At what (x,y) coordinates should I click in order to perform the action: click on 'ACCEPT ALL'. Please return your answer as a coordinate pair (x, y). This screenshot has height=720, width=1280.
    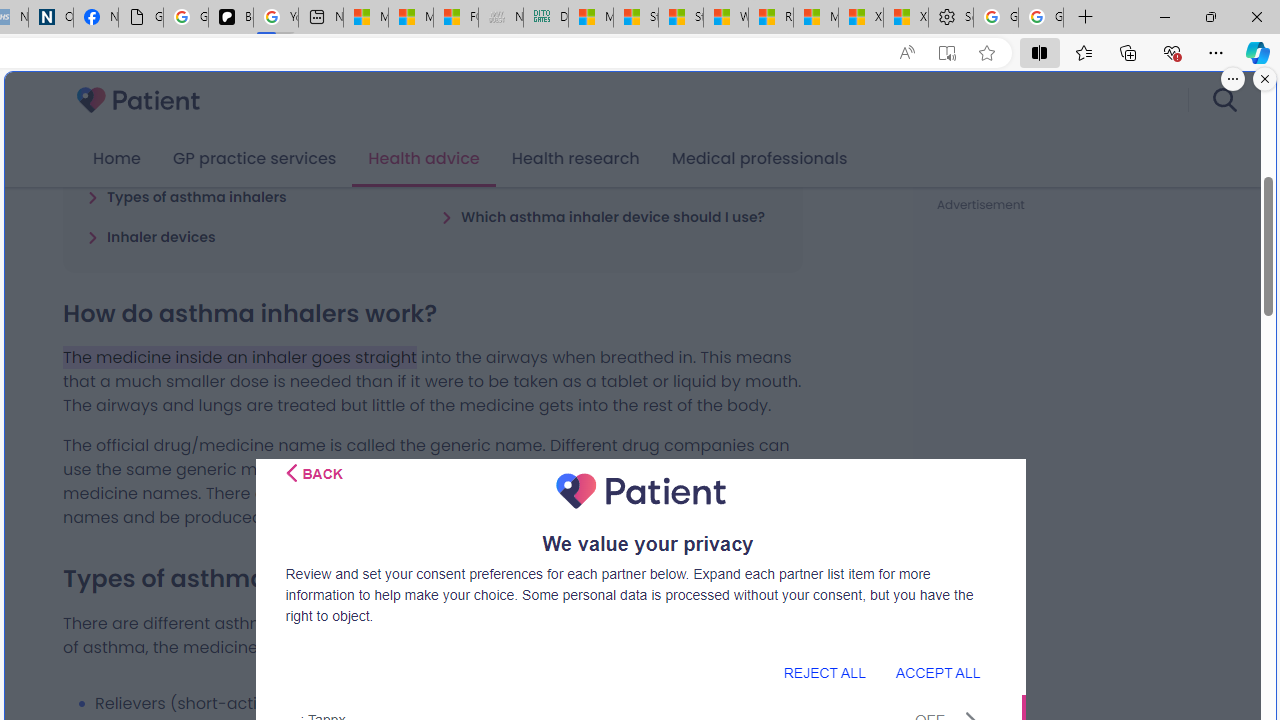
    Looking at the image, I should click on (936, 672).